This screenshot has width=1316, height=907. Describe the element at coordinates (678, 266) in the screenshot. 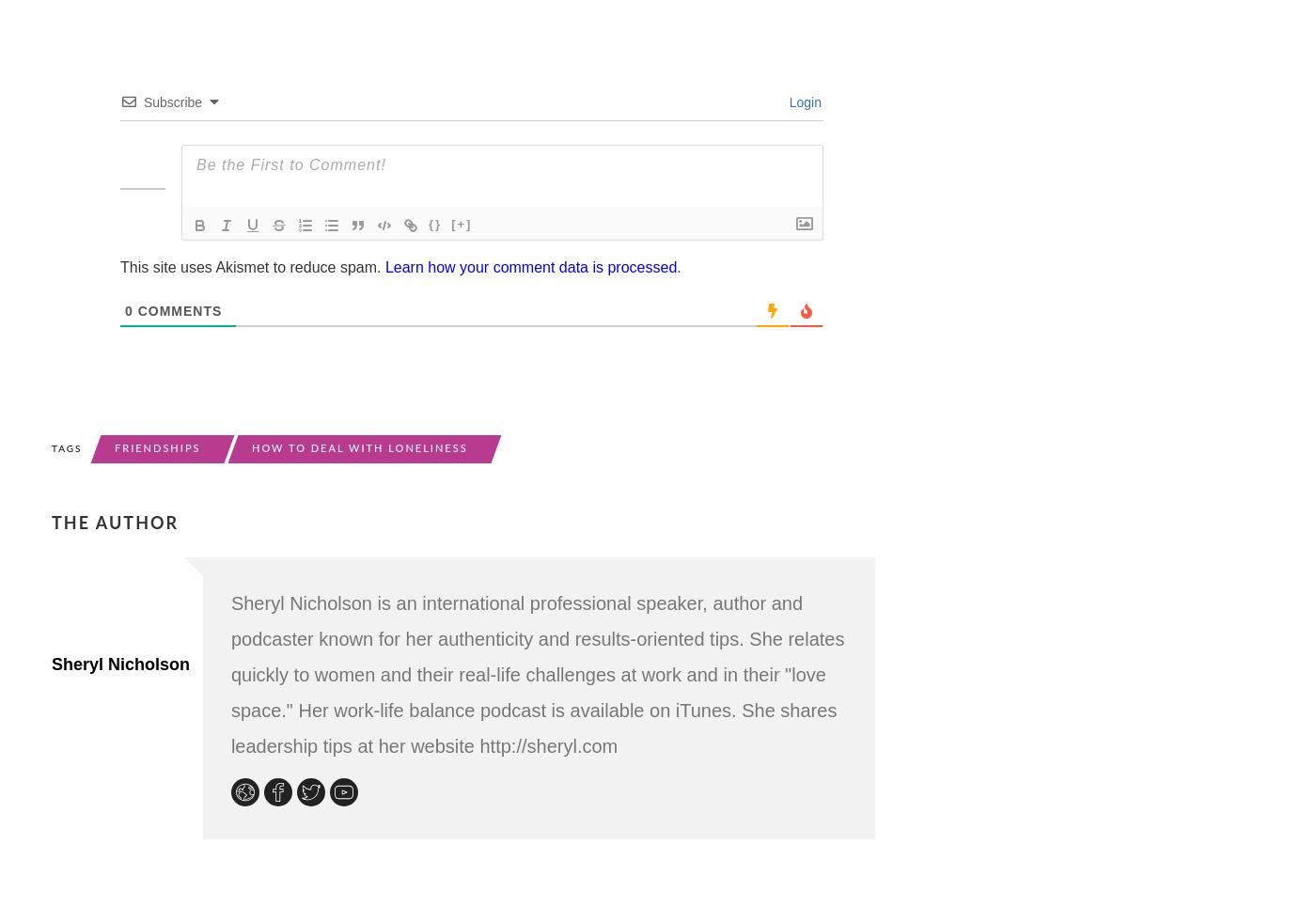

I see `'.'` at that location.